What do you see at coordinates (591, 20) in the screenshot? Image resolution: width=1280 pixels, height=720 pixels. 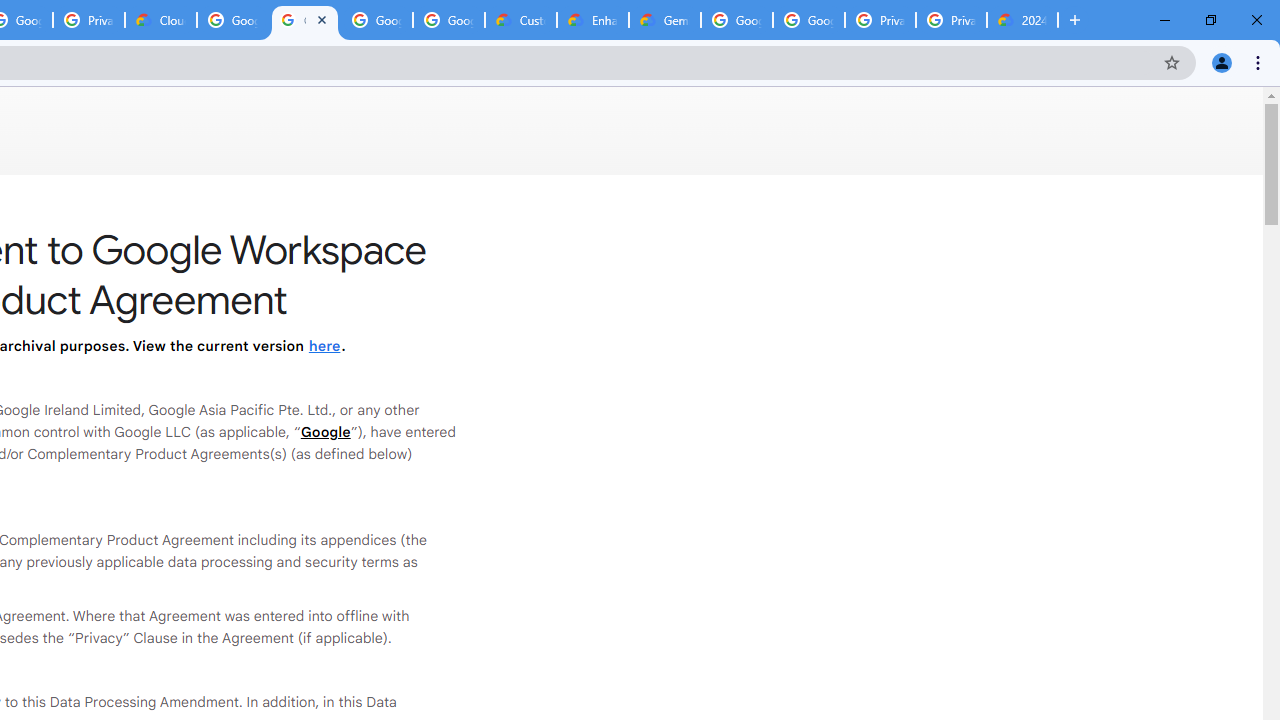 I see `'Enhanced Support | Google Cloud'` at bounding box center [591, 20].